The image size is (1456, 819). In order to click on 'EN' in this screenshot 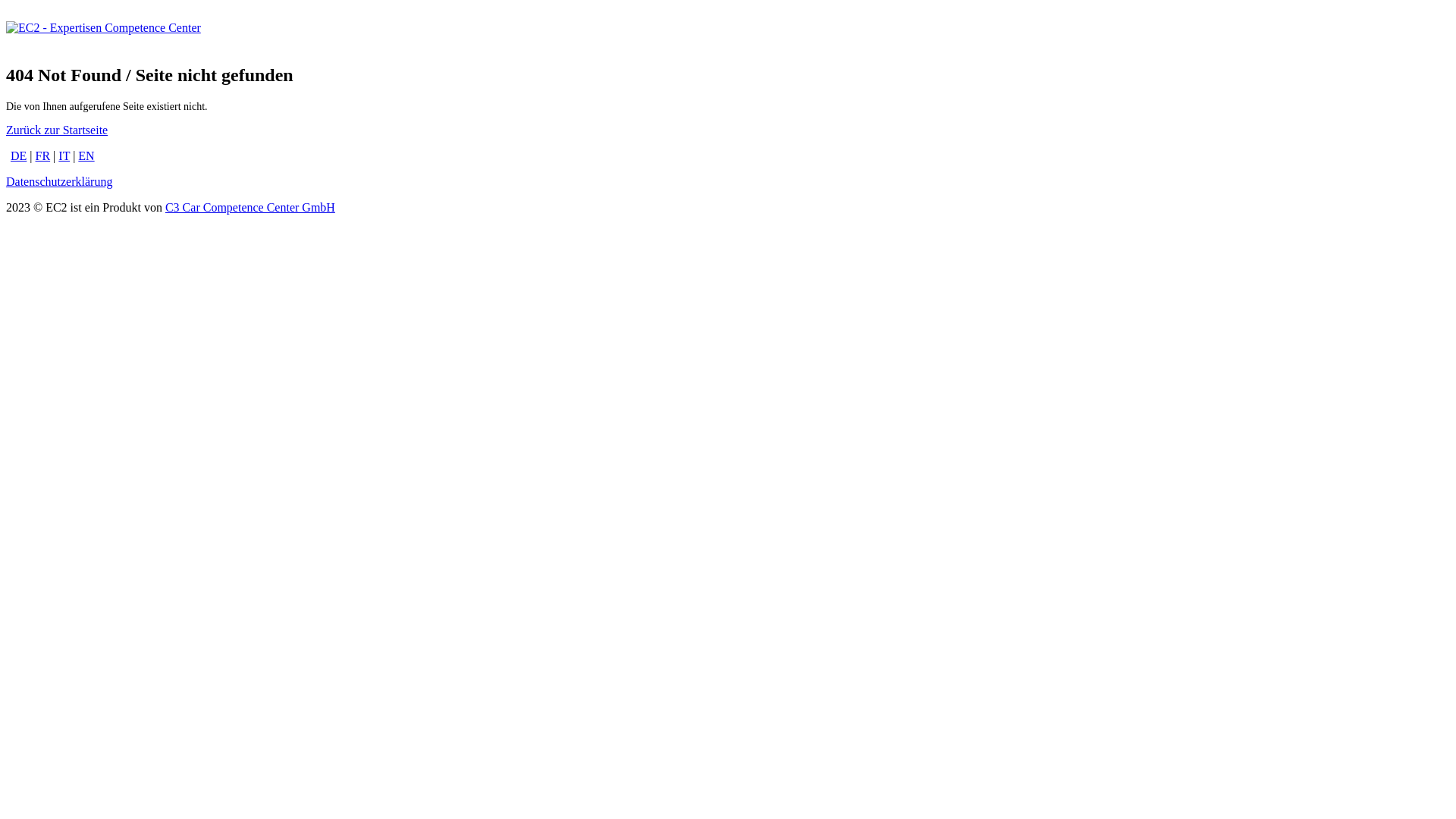, I will do `click(85, 155)`.